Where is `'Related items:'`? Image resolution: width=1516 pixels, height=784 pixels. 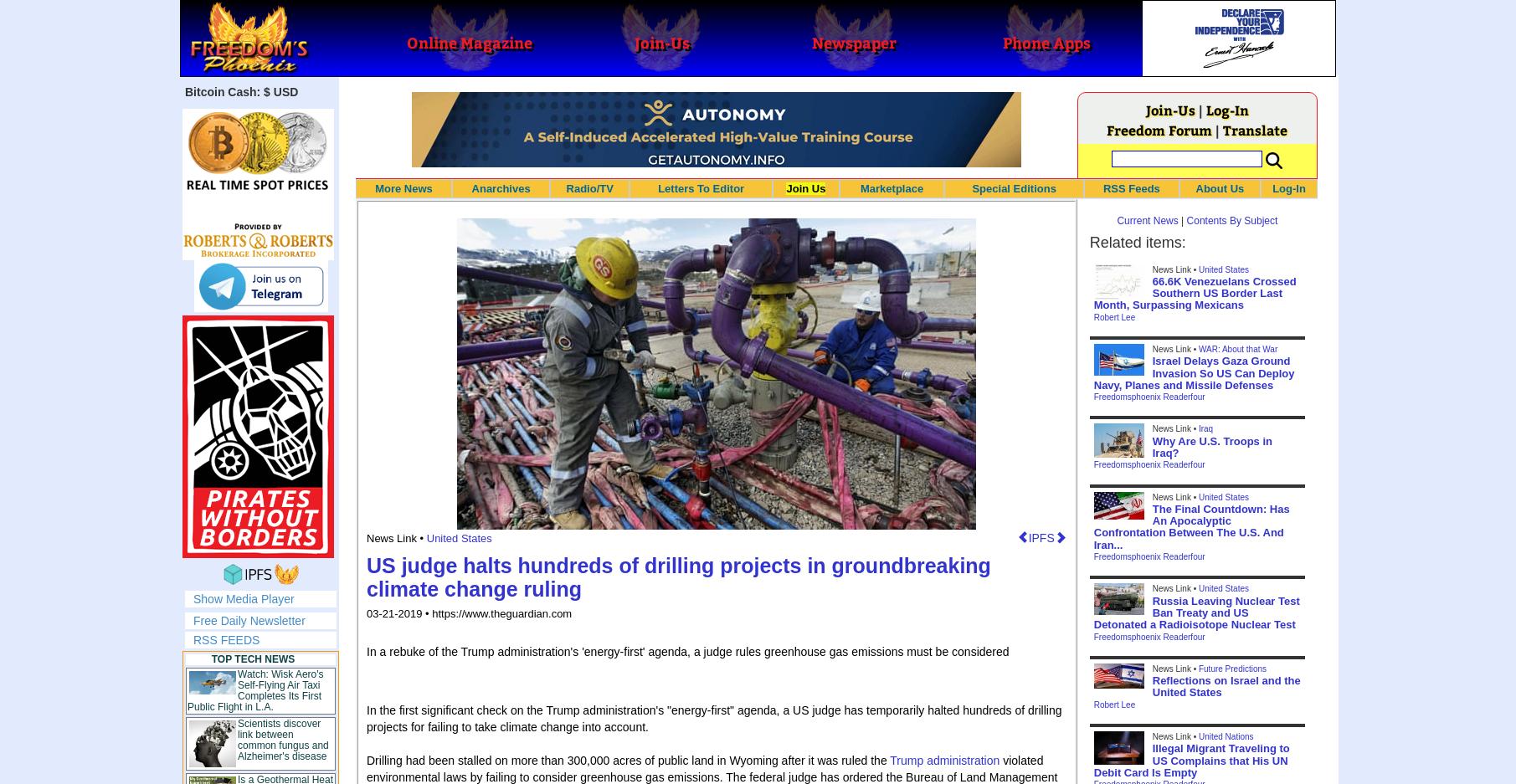
'Related items:' is located at coordinates (1136, 241).